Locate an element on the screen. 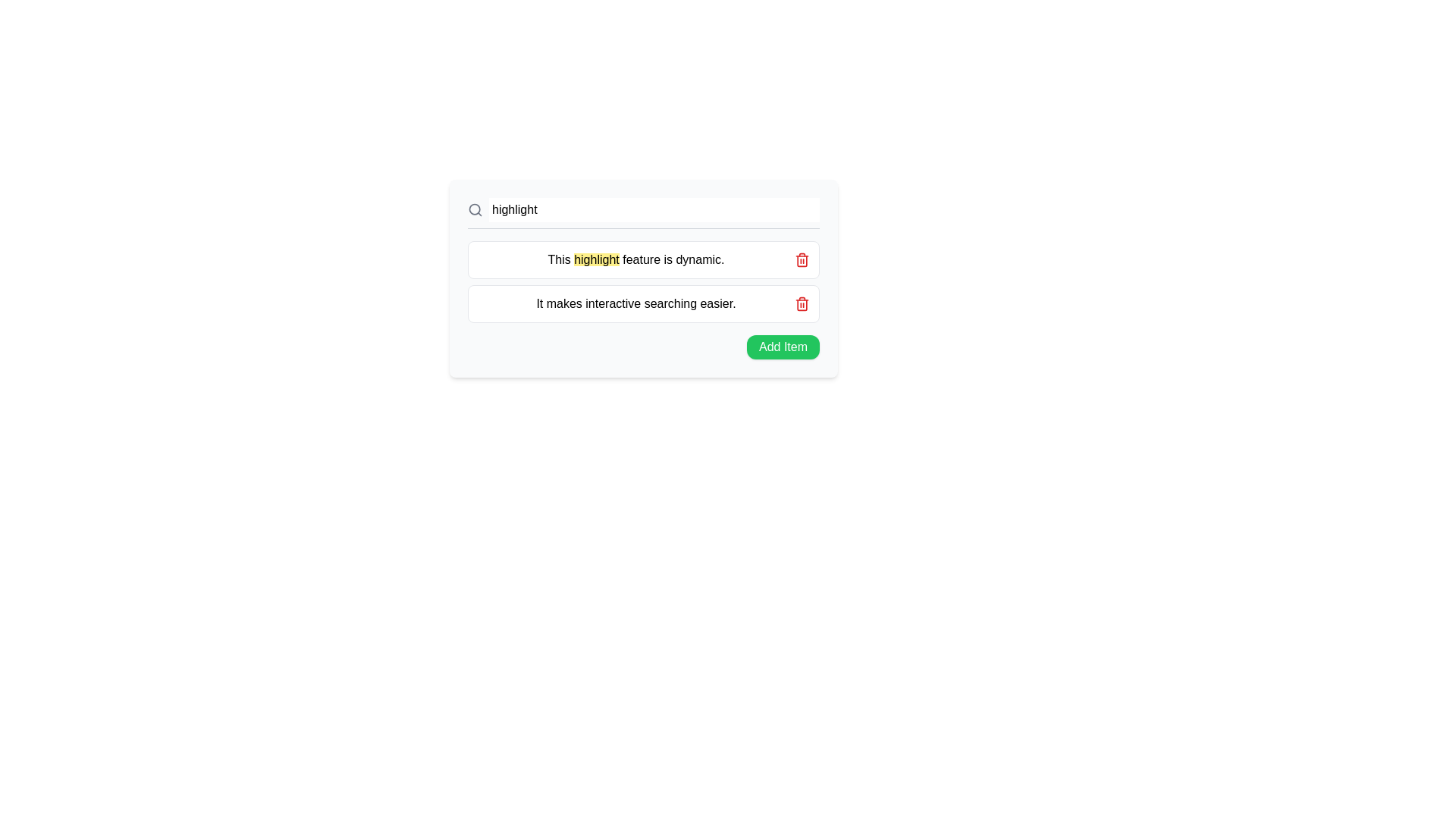  the search icon button, which resembles a magnifying glass and is positioned to the left of a text input field, for visual feedback is located at coordinates (475, 210).